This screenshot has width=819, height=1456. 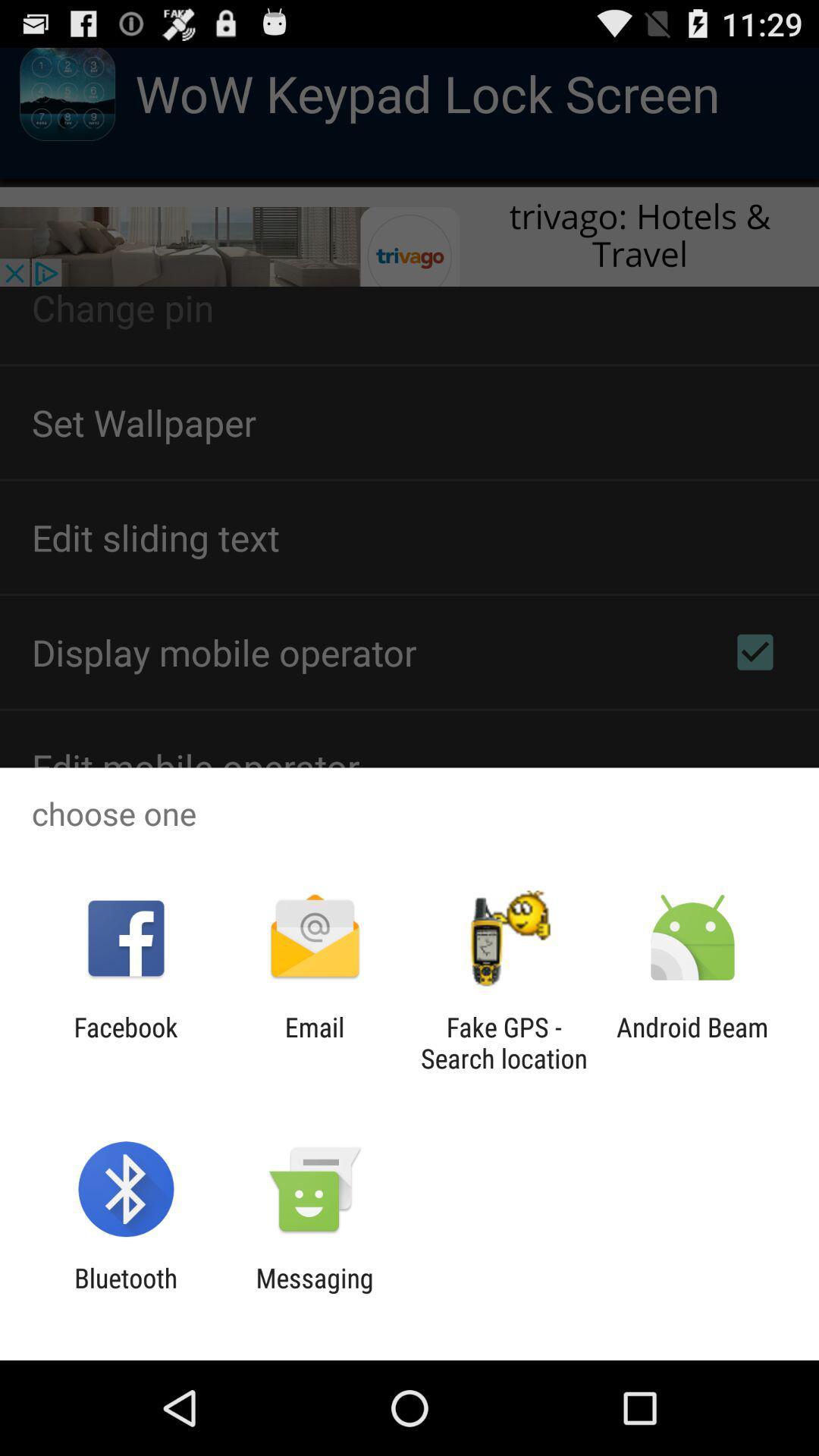 I want to click on facebook, so click(x=125, y=1042).